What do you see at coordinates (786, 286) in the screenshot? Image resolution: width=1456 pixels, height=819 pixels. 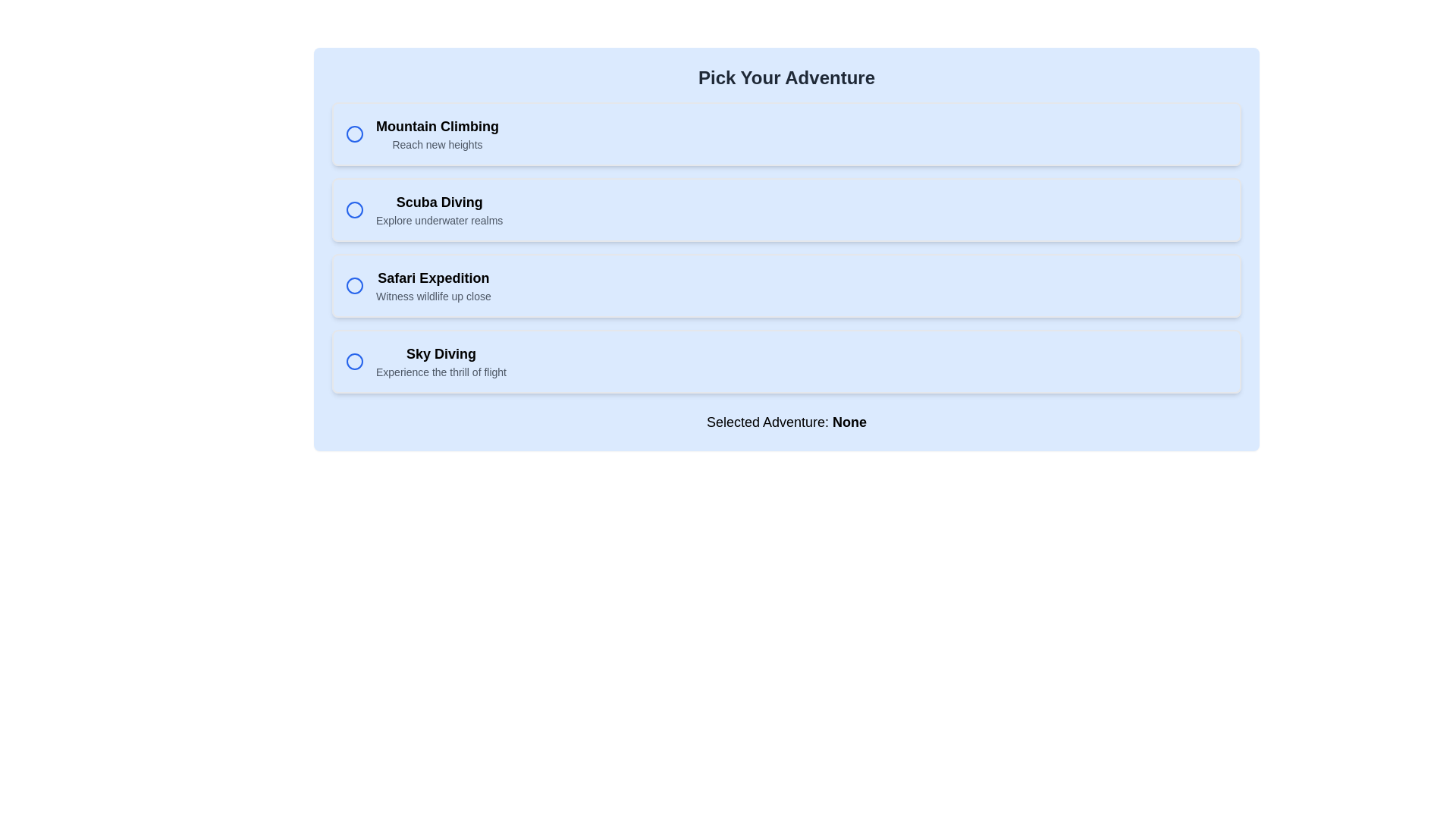 I see `to select the 'Safari Expedition' option from the horizontally aligned selectable list item with a light blue background and rounded corners, containing the title 'Safari Expedition' and subtitle 'Witness wildlife up close'` at bounding box center [786, 286].